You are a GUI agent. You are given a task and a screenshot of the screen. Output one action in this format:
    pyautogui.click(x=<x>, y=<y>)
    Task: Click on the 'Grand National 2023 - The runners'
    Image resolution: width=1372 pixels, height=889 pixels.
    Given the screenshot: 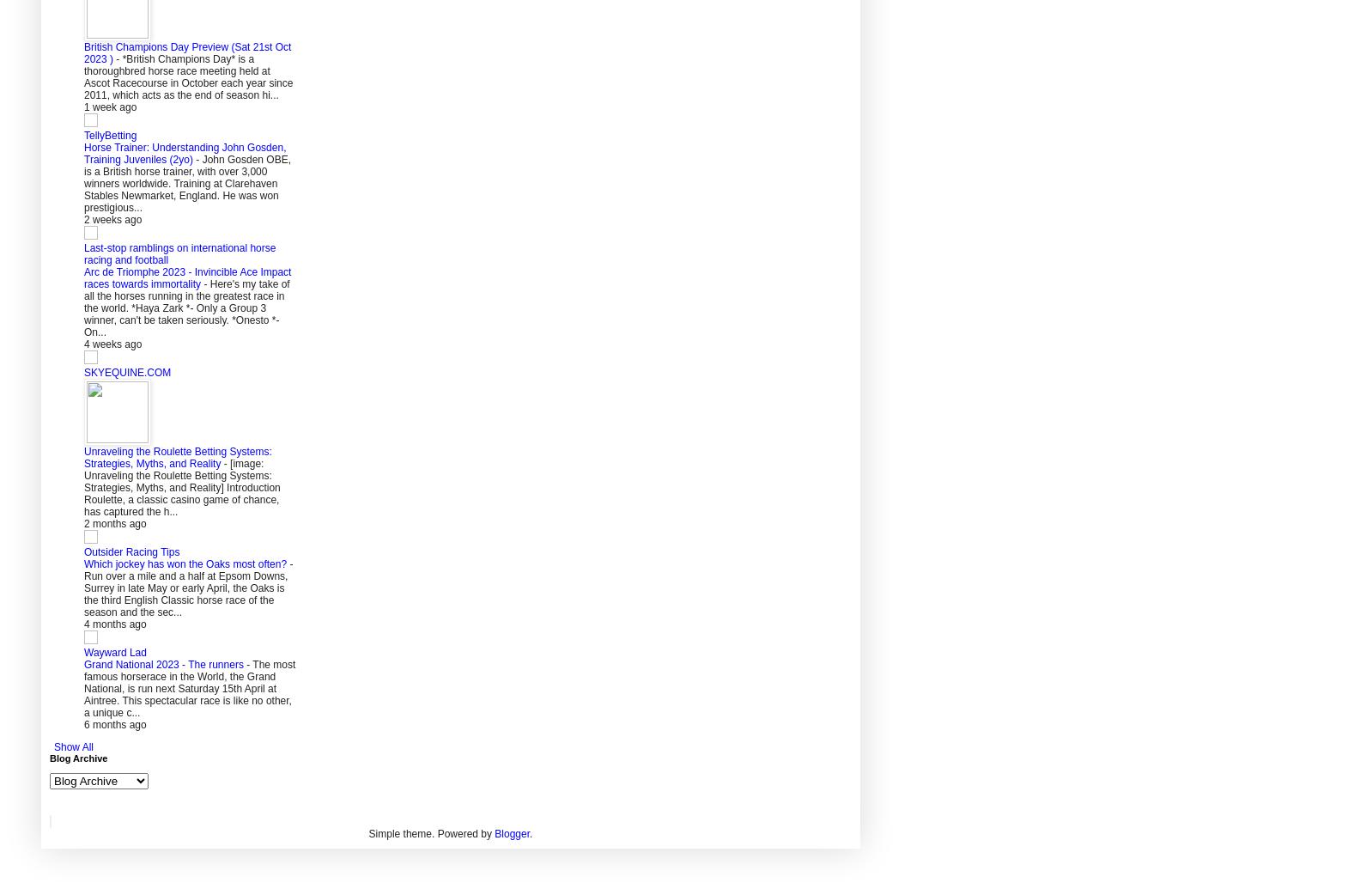 What is the action you would take?
    pyautogui.click(x=164, y=663)
    